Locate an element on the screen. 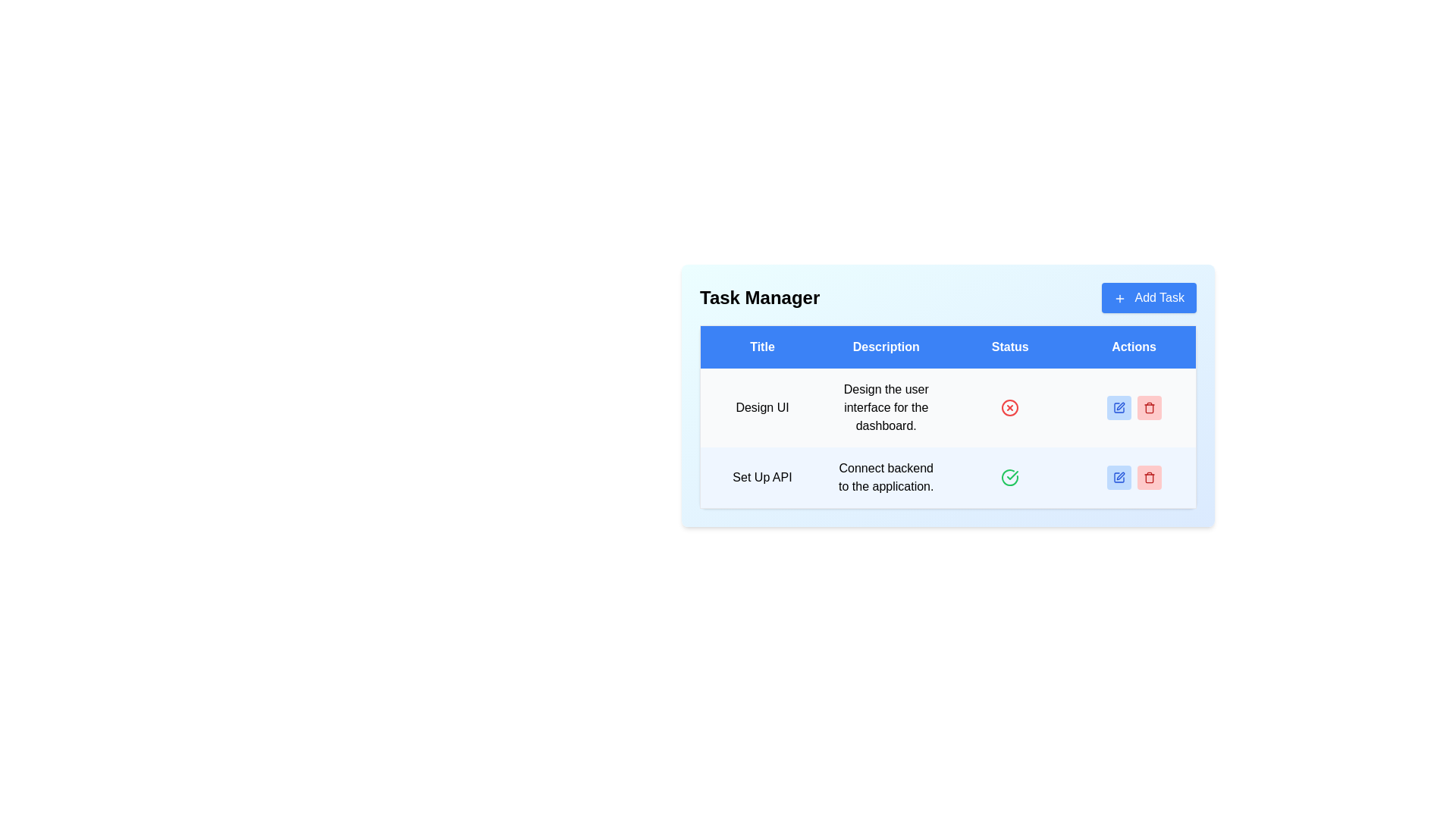  the green circular icon with the checkmark in the 'Status' column for the task 'Set Up API' is located at coordinates (1012, 475).